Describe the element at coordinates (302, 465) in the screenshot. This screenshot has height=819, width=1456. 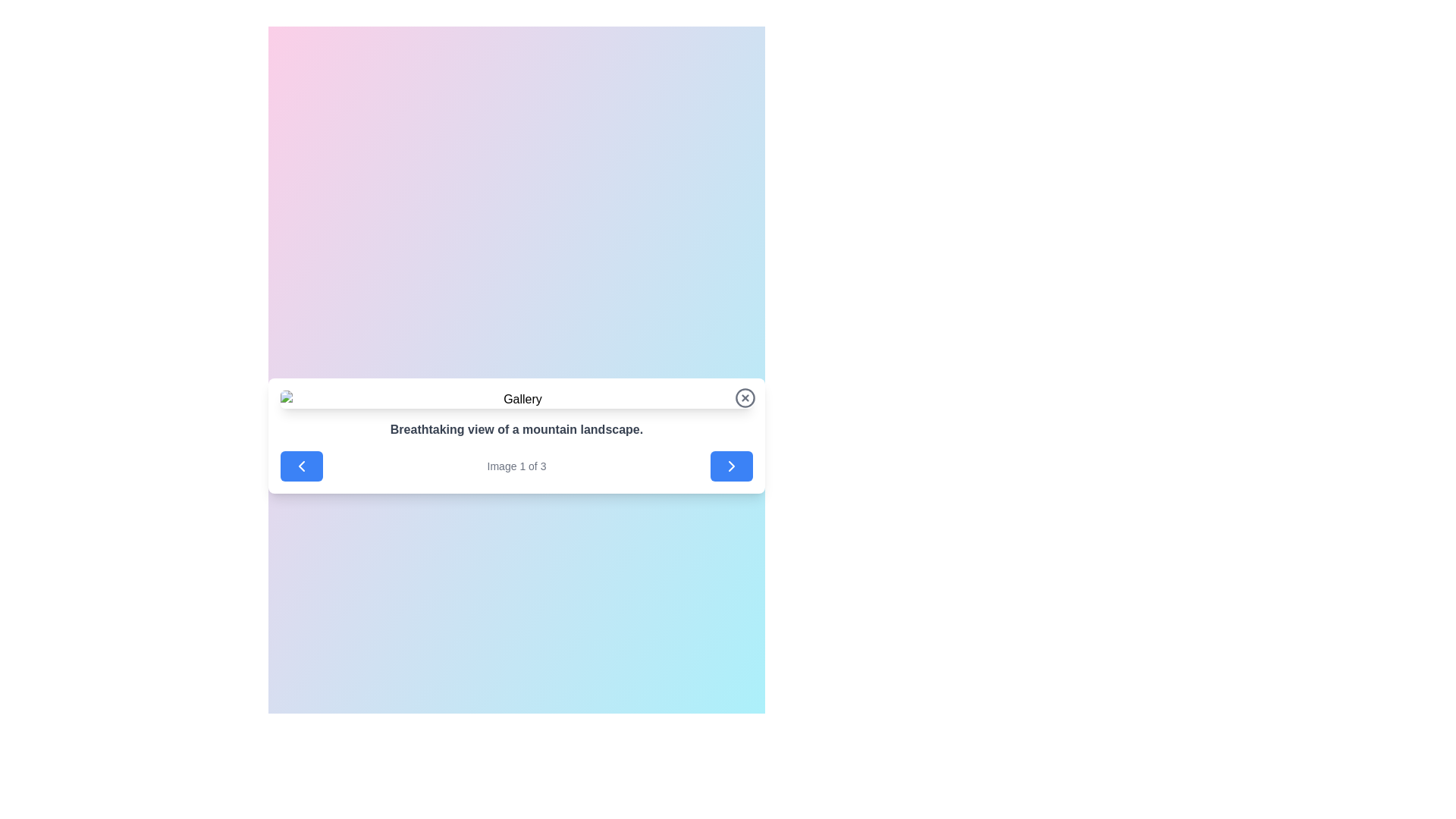
I see `the left-pointing chevron icon` at that location.